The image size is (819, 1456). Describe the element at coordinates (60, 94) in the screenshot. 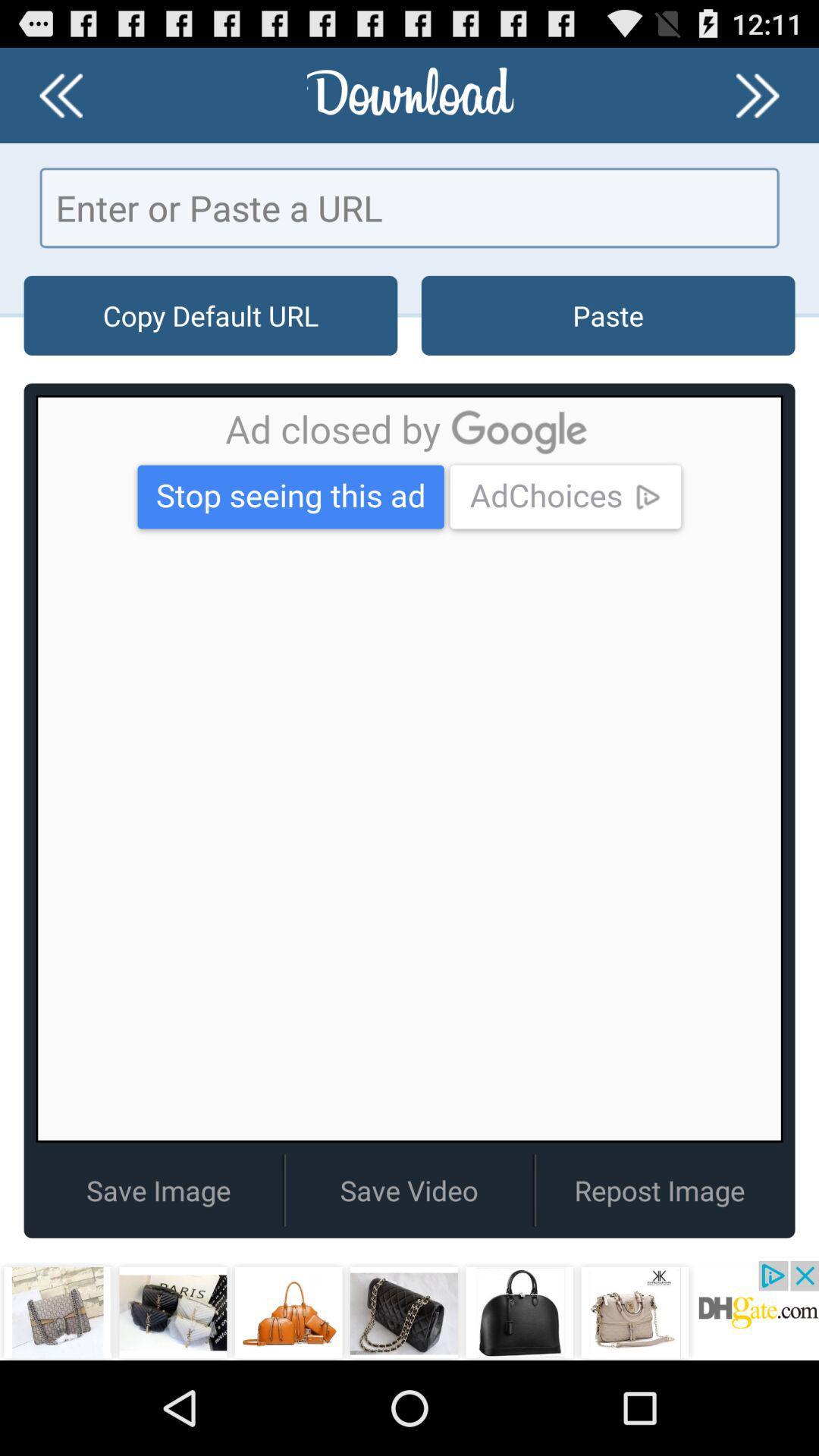

I see `go back` at that location.